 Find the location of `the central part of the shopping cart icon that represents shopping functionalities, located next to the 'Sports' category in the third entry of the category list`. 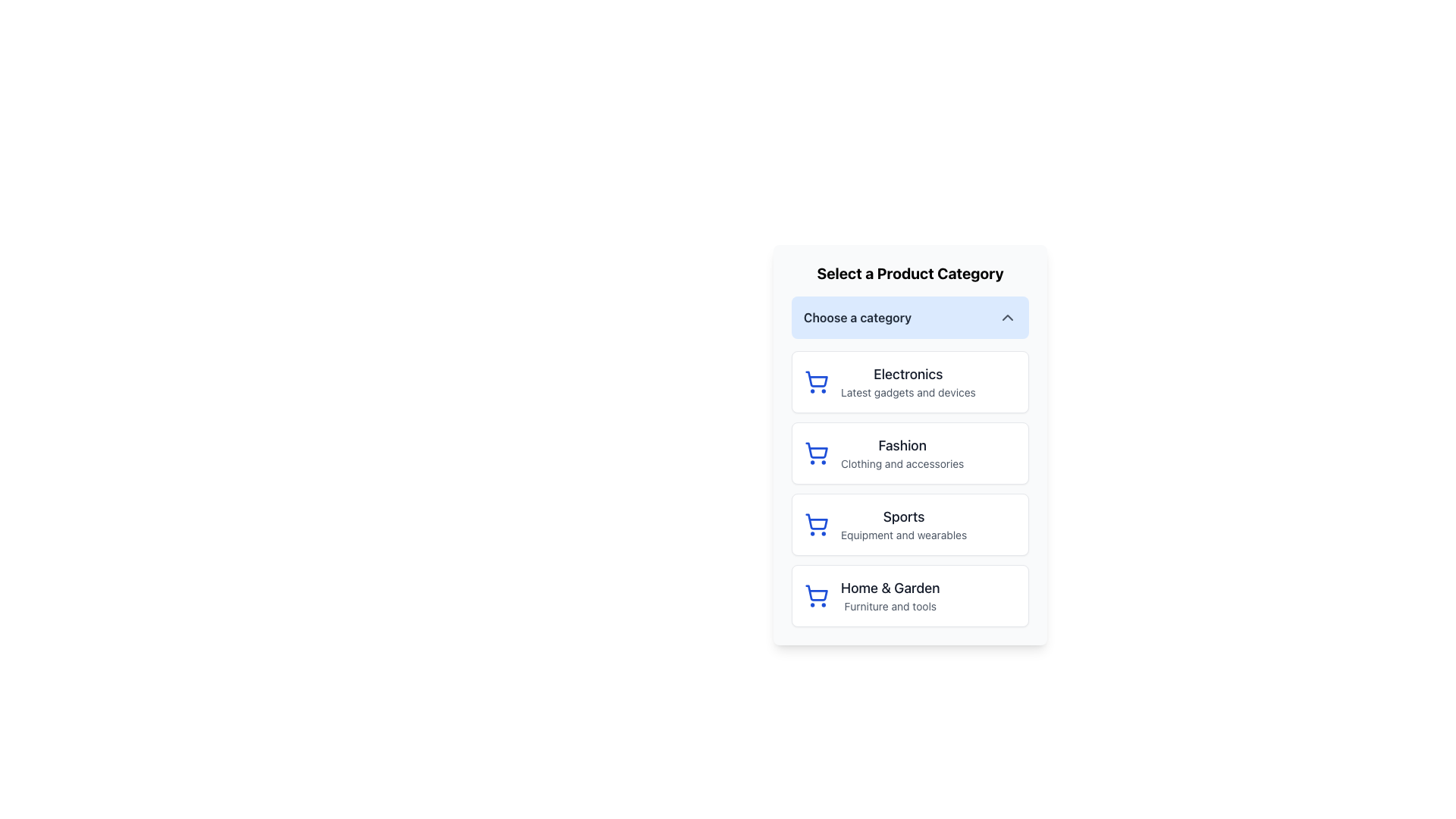

the central part of the shopping cart icon that represents shopping functionalities, located next to the 'Sports' category in the third entry of the category list is located at coordinates (816, 521).